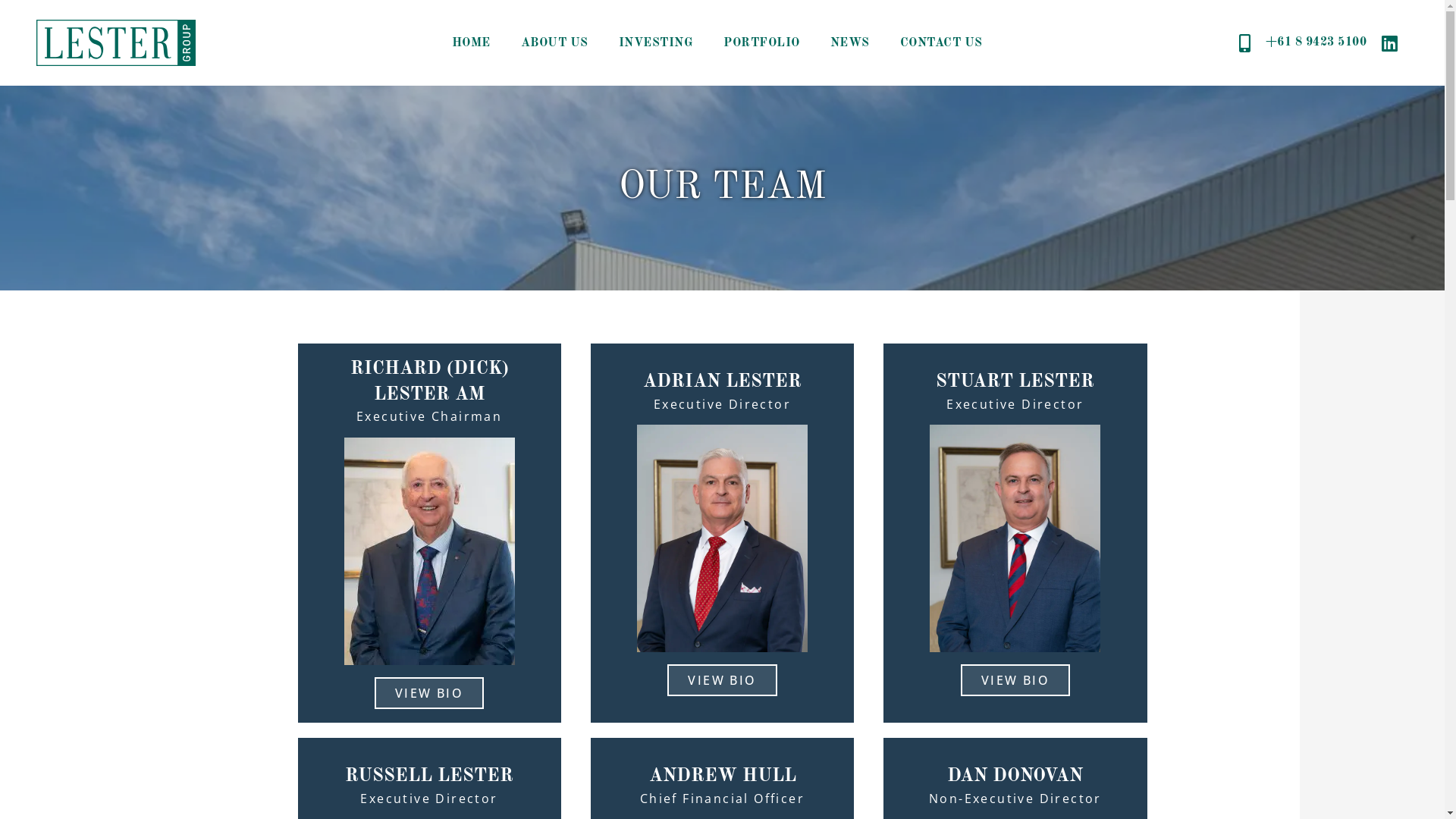 The image size is (1456, 819). What do you see at coordinates (720, 679) in the screenshot?
I see `'VIEW BIO'` at bounding box center [720, 679].